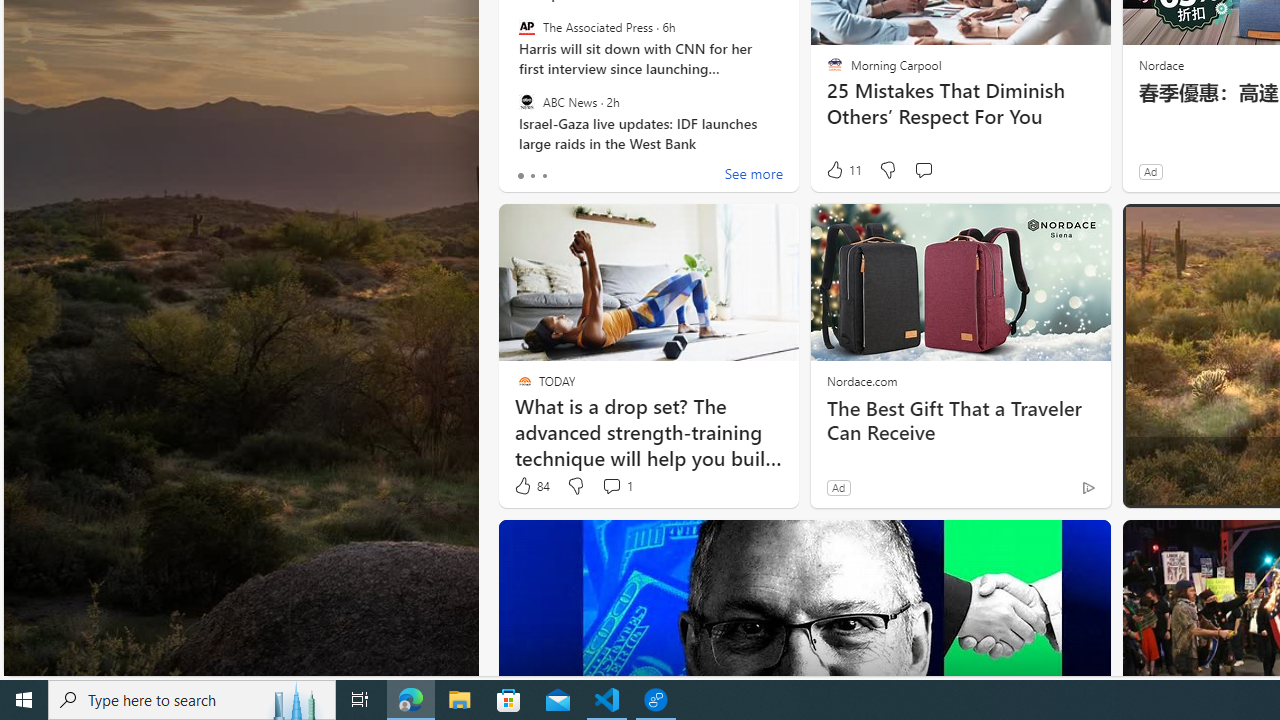  What do you see at coordinates (862, 380) in the screenshot?
I see `'Nordace.com'` at bounding box center [862, 380].